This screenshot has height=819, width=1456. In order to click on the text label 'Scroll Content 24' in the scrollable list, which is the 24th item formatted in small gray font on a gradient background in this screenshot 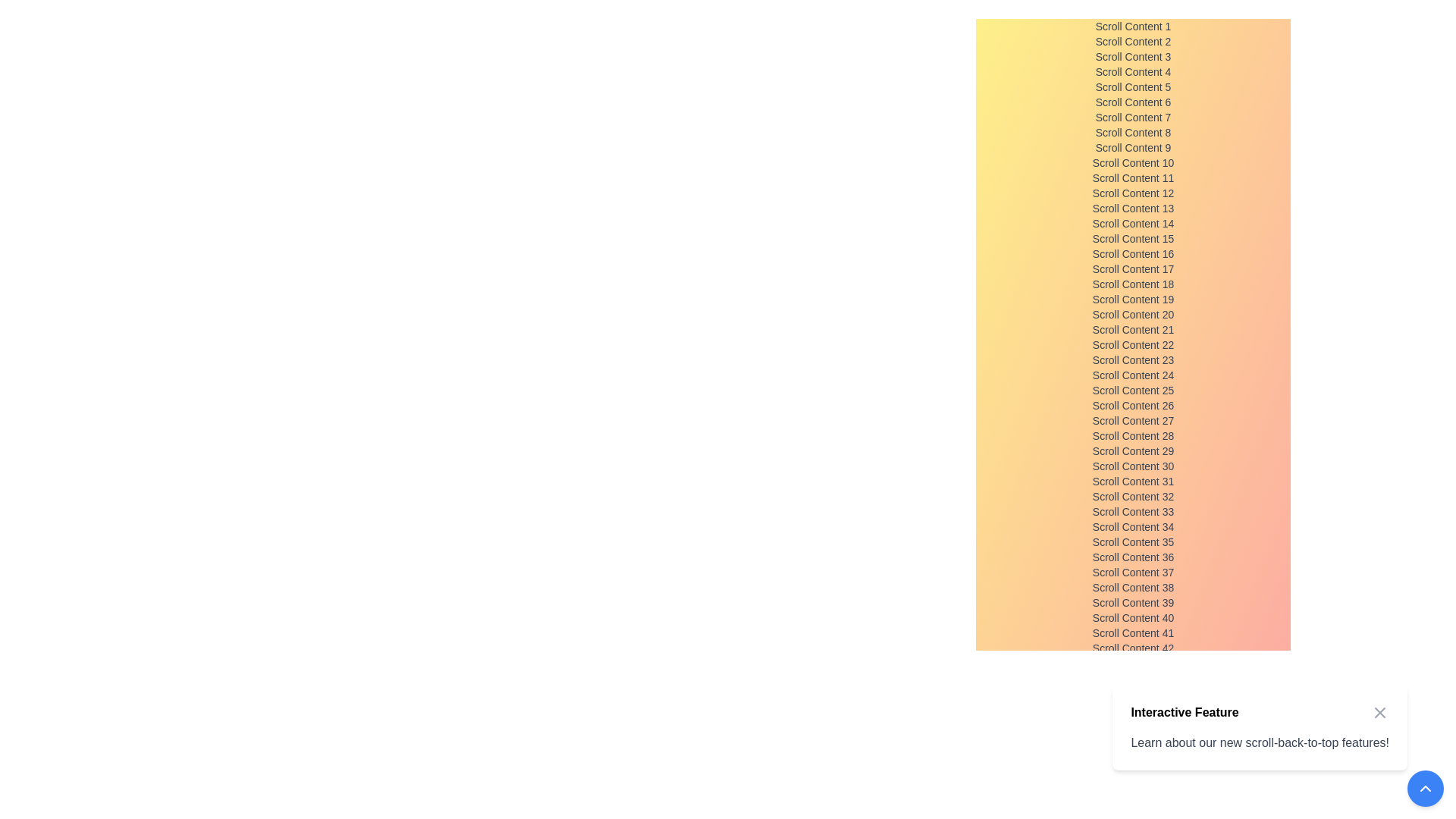, I will do `click(1133, 375)`.